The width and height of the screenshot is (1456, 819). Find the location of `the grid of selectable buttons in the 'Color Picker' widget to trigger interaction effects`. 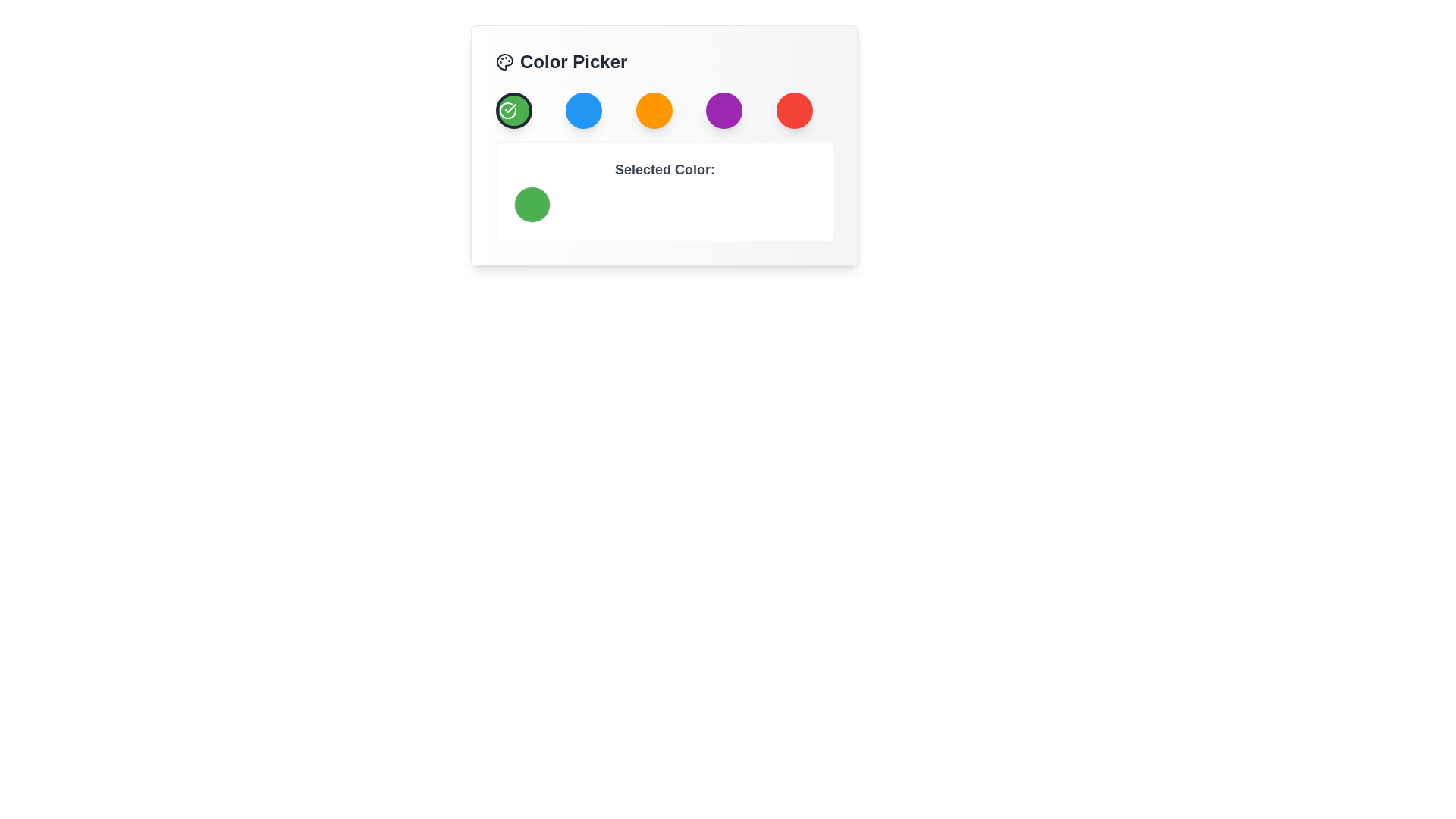

the grid of selectable buttons in the 'Color Picker' widget to trigger interaction effects is located at coordinates (665, 110).